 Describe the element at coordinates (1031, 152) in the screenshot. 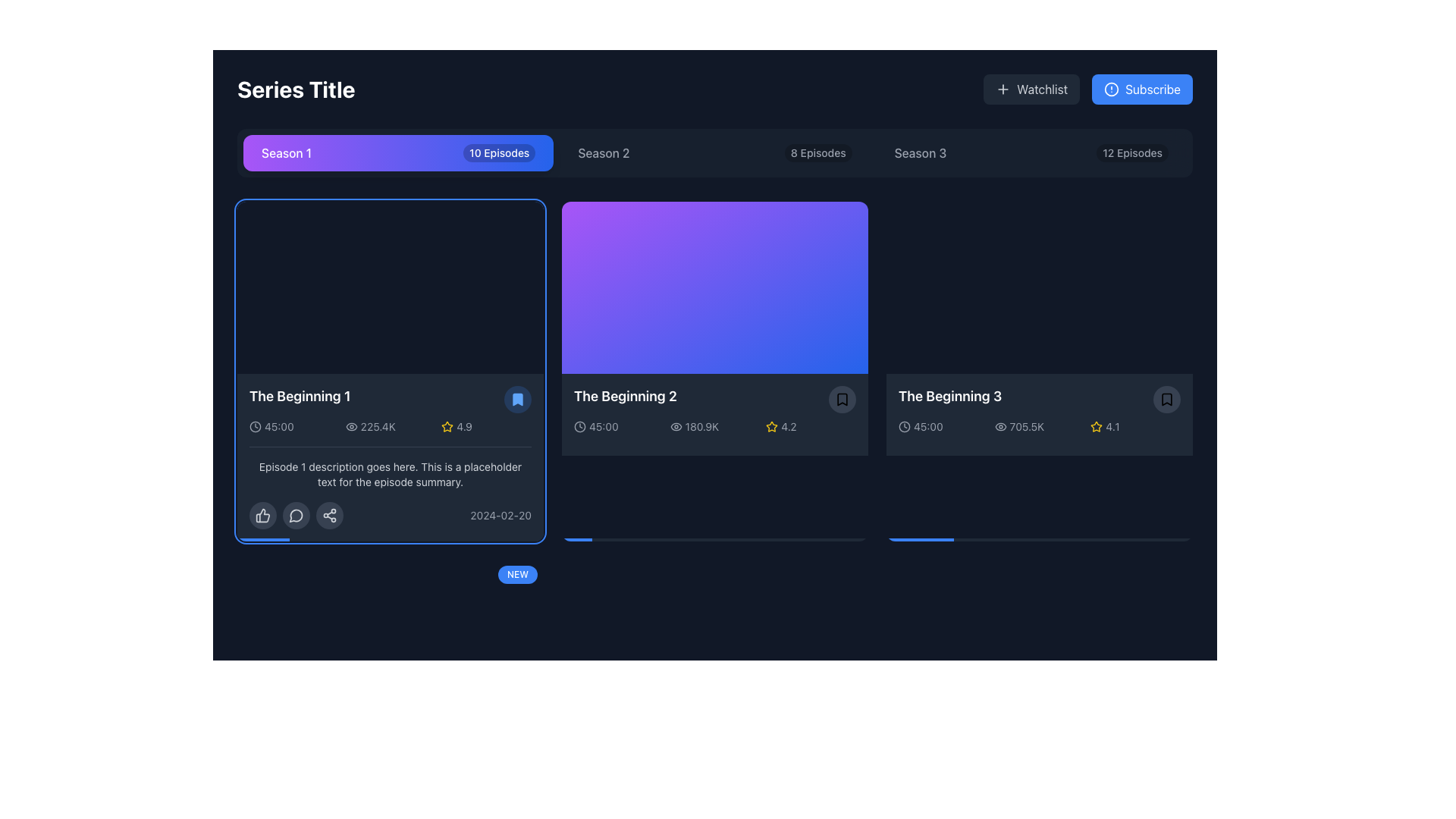

I see `the 'Season 3' button, which is the third button in a horizontally aligned group for navigating to the episodes of this season` at that location.